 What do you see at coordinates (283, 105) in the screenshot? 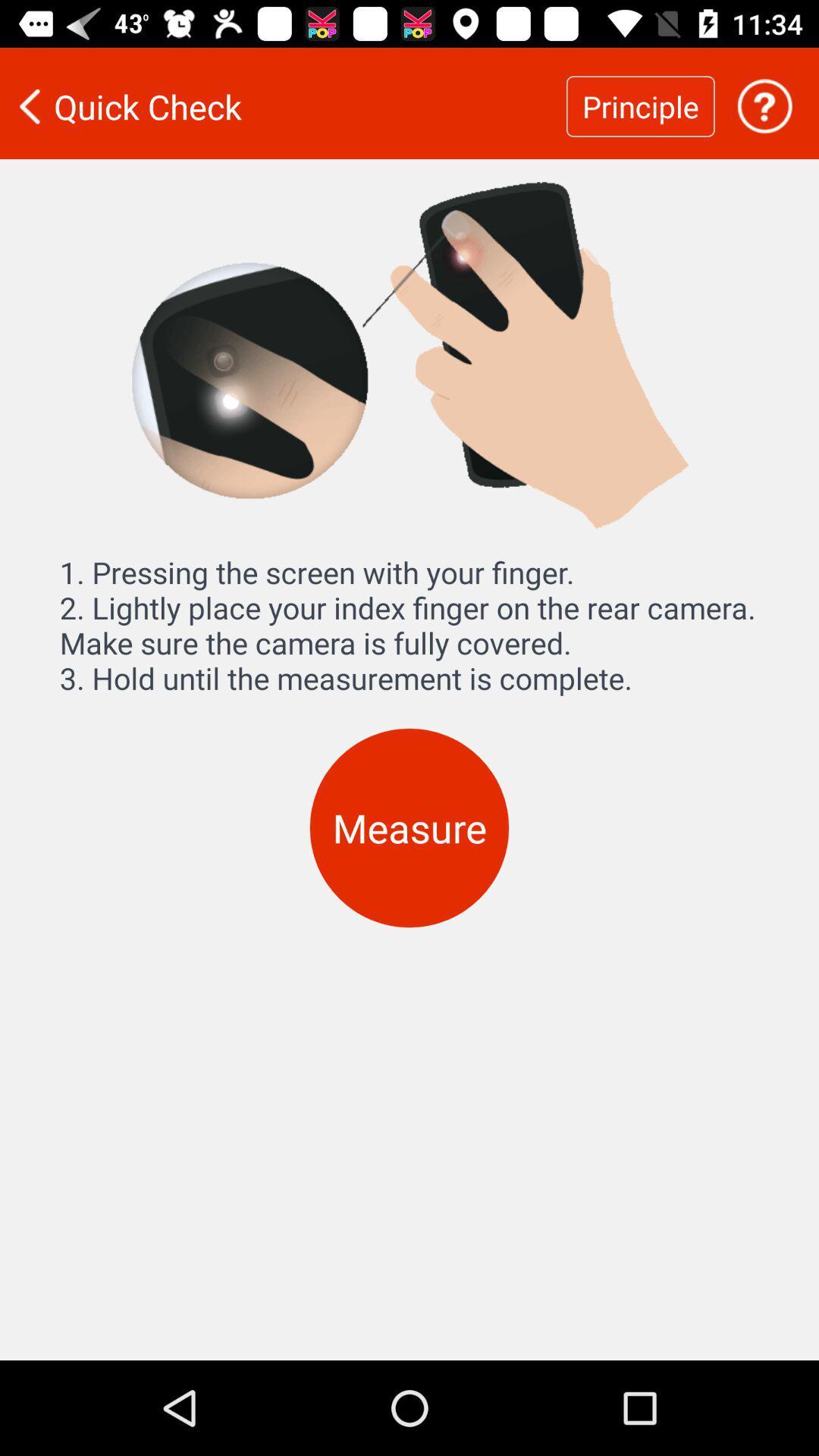
I see `the icon next to principle icon` at bounding box center [283, 105].